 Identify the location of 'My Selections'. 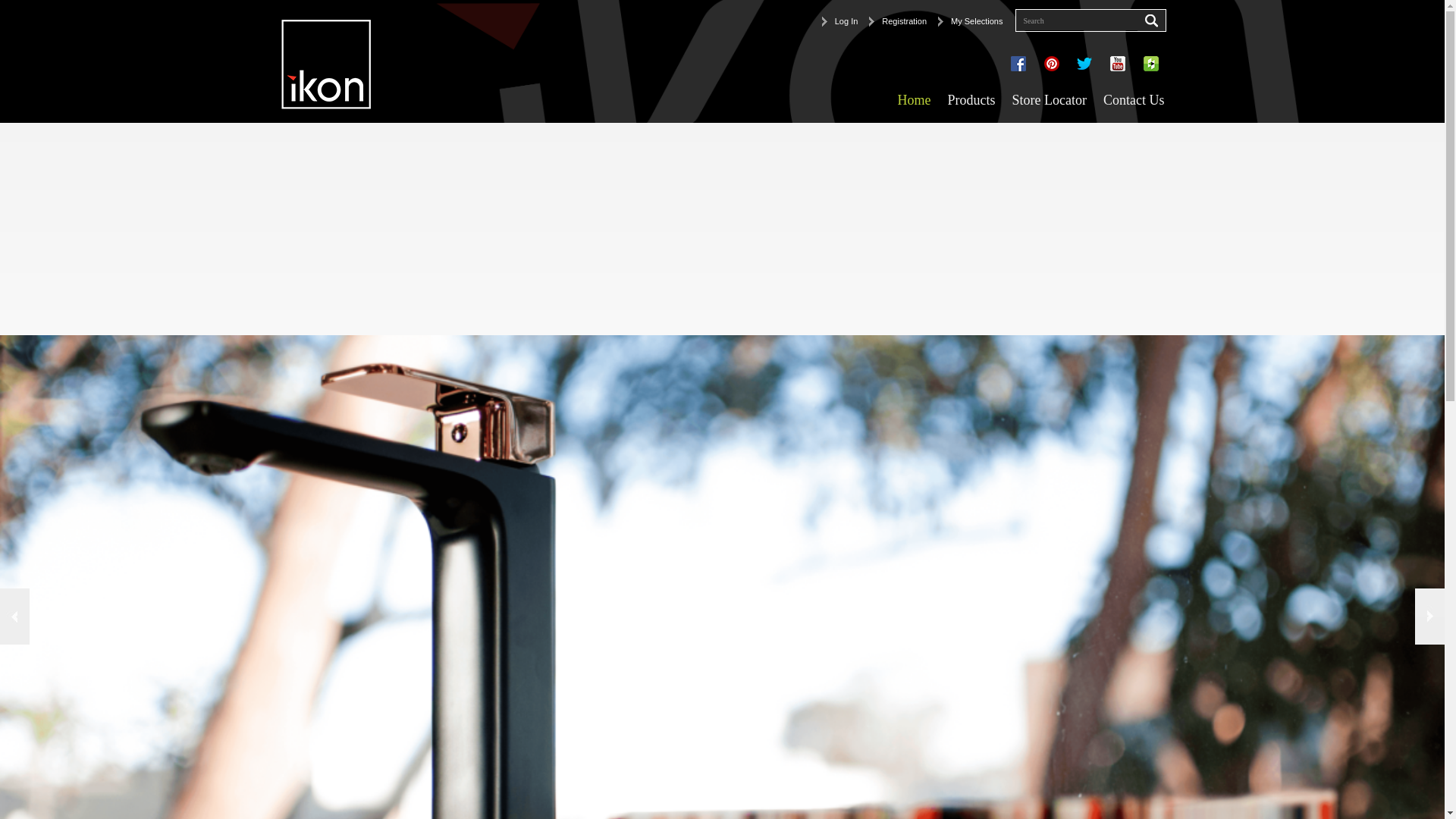
(969, 20).